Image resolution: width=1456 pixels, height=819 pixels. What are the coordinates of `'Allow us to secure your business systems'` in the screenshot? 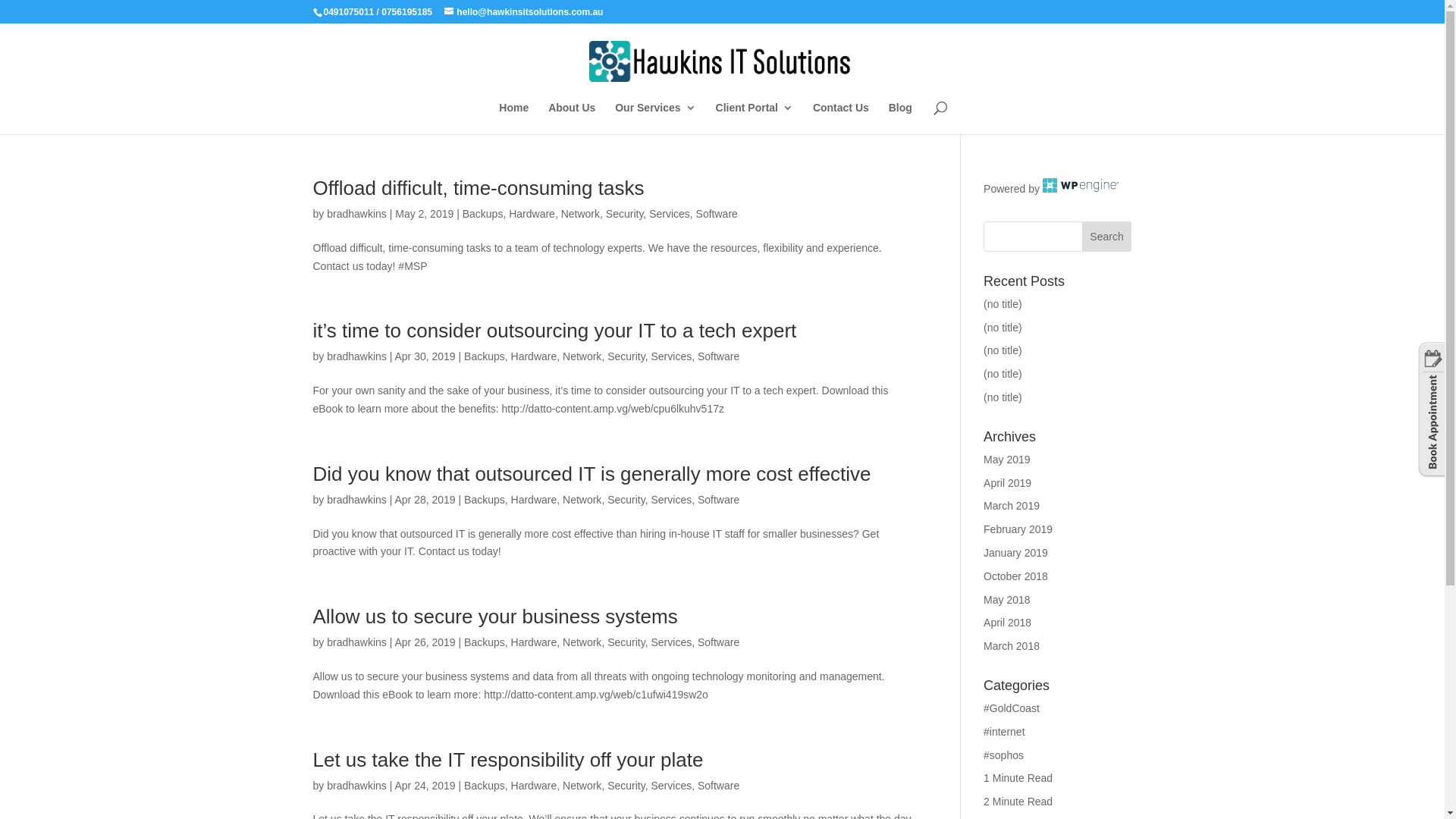 It's located at (494, 617).